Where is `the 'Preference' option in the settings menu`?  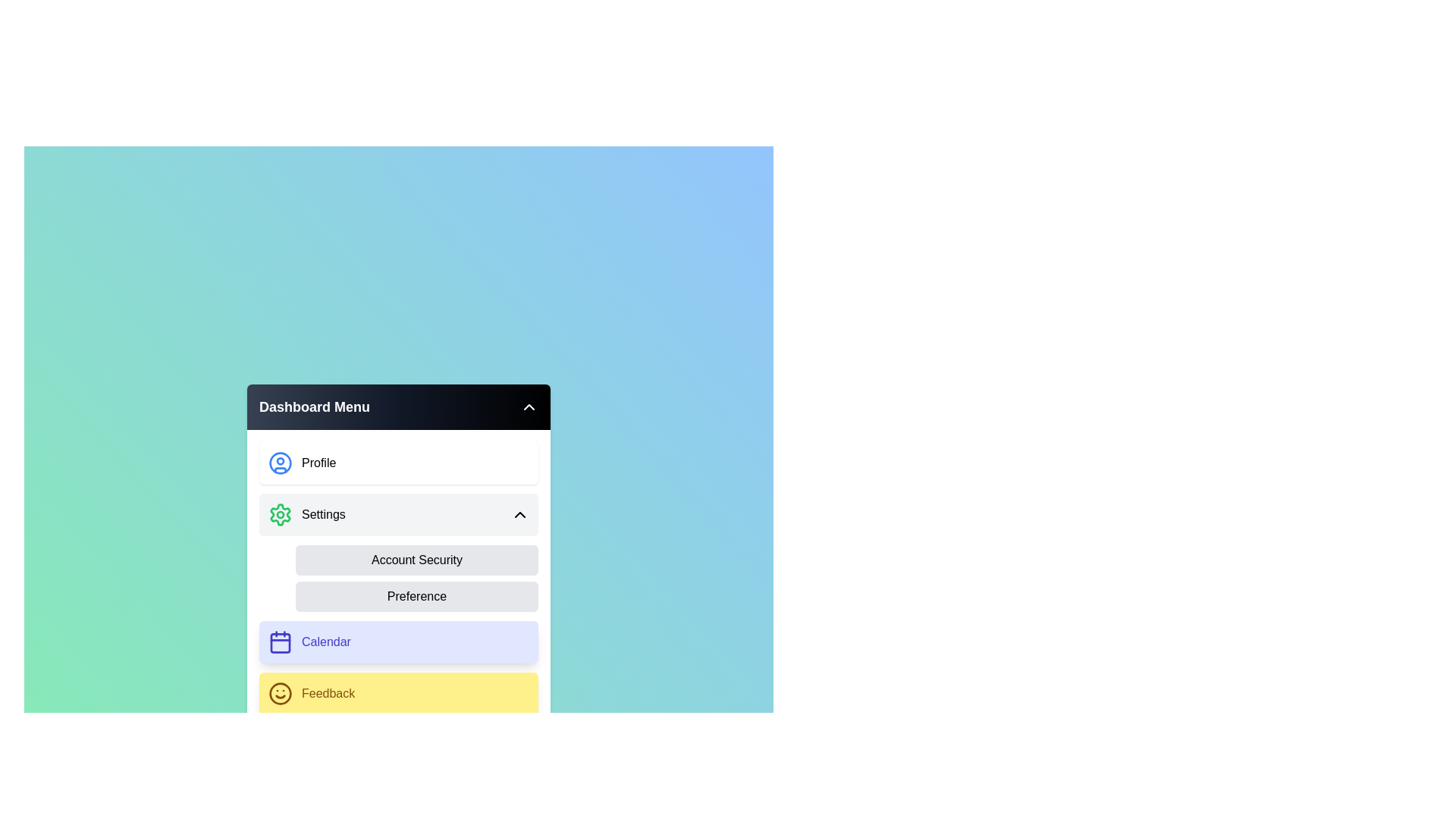 the 'Preference' option in the settings menu is located at coordinates (417, 579).